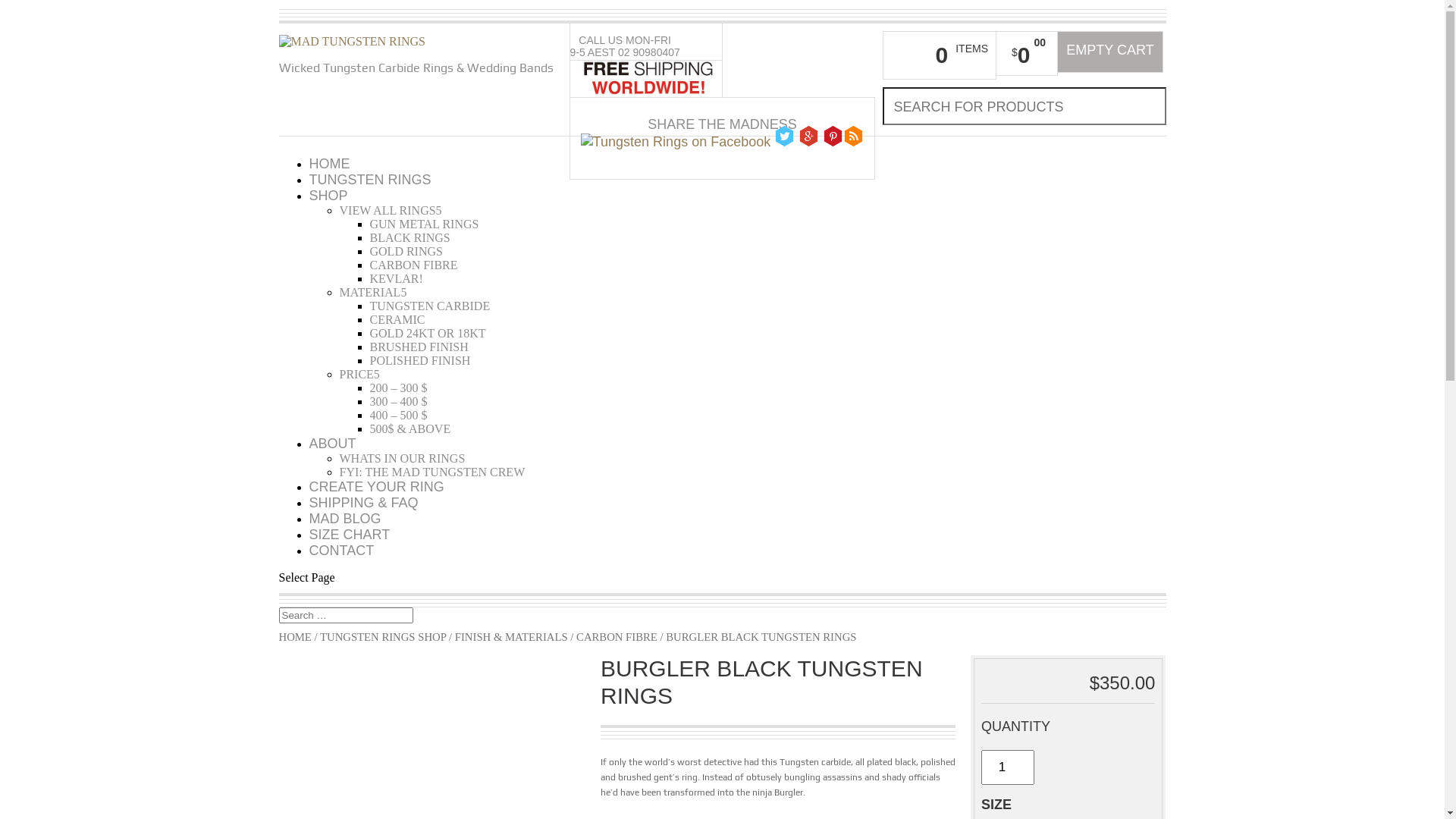  What do you see at coordinates (329, 164) in the screenshot?
I see `'HOME'` at bounding box center [329, 164].